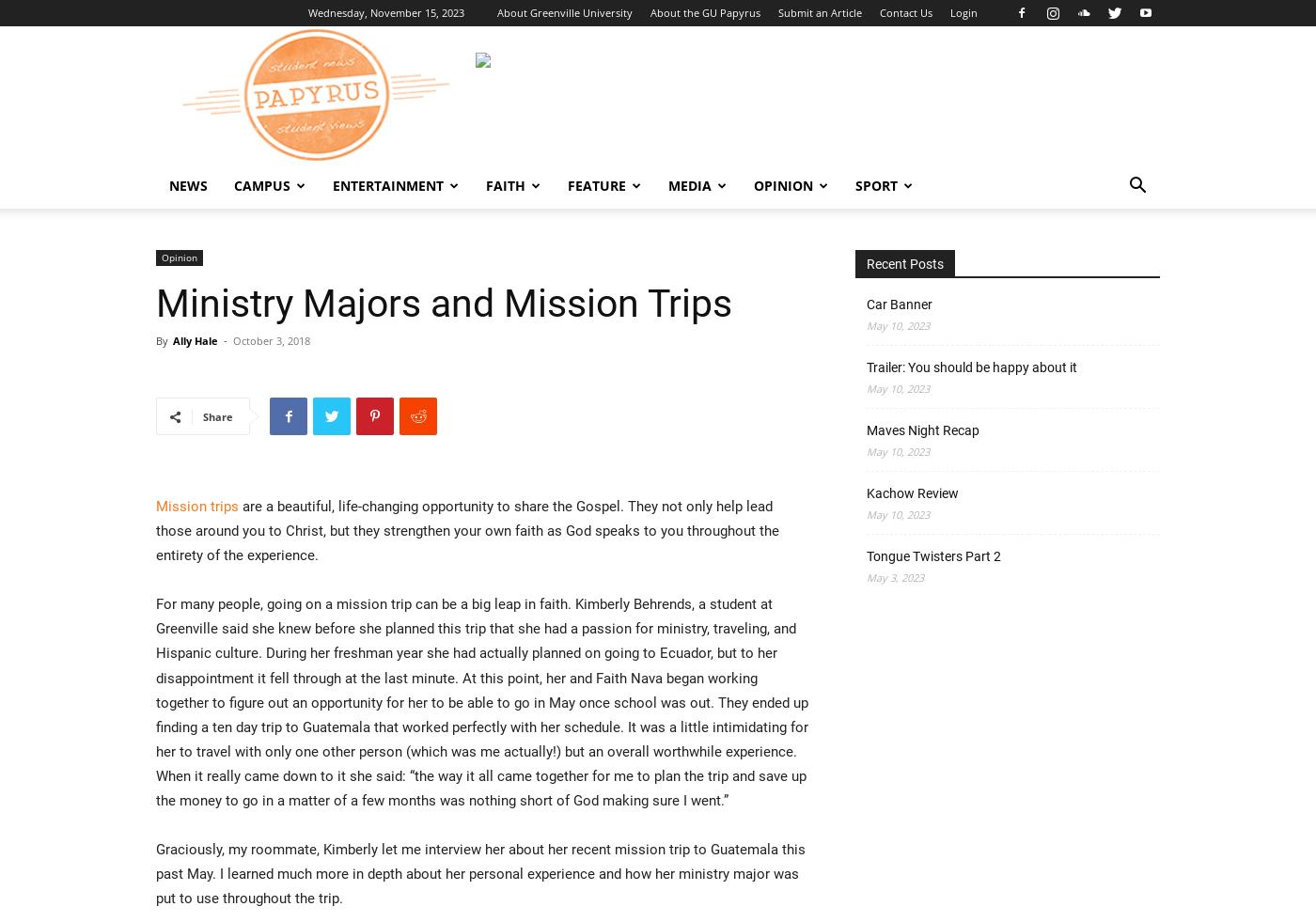  Describe the element at coordinates (639, 94) in the screenshot. I see `'Search'` at that location.